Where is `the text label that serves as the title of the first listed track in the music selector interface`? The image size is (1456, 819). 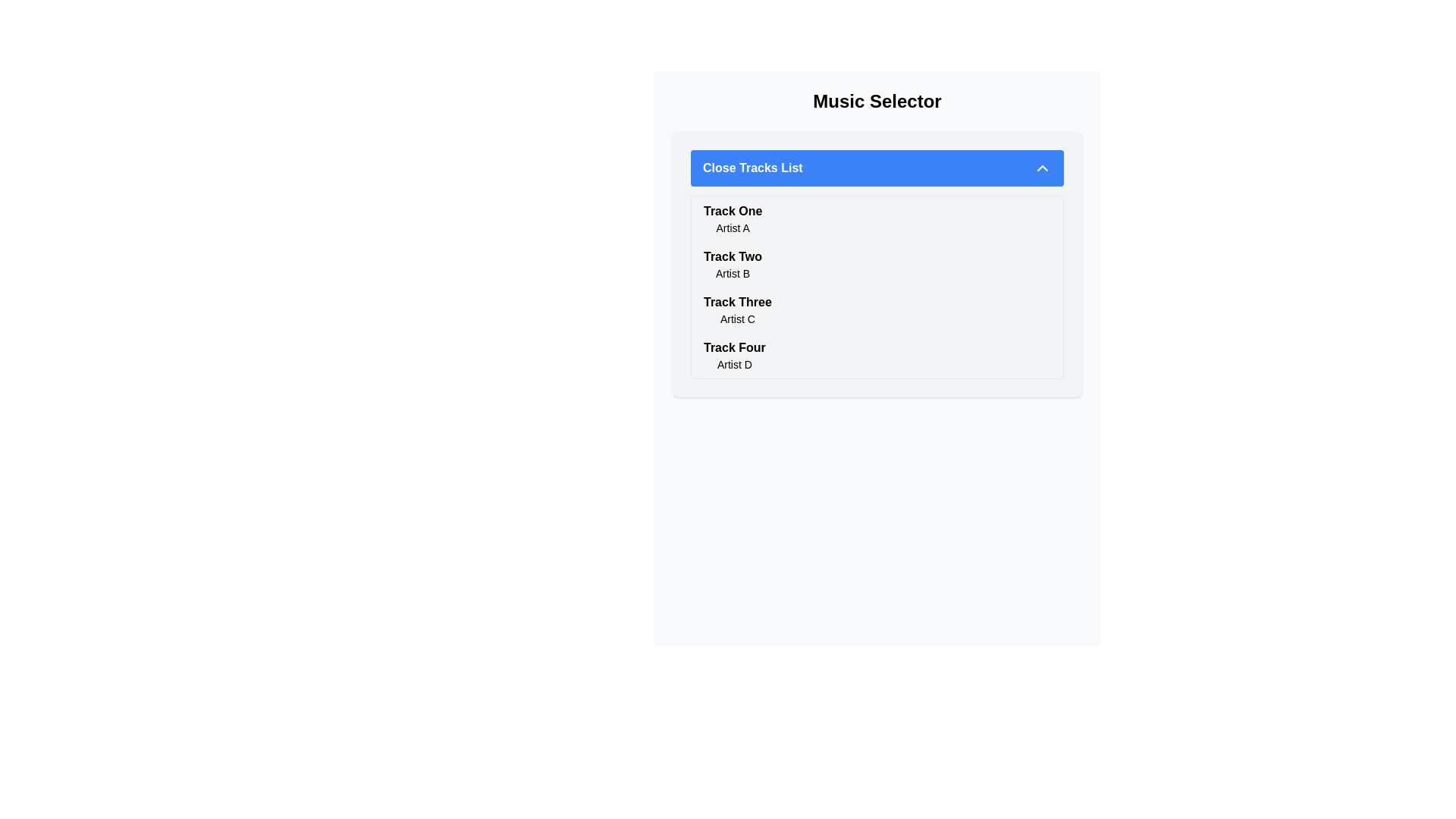
the text label that serves as the title of the first listed track in the music selector interface is located at coordinates (733, 211).